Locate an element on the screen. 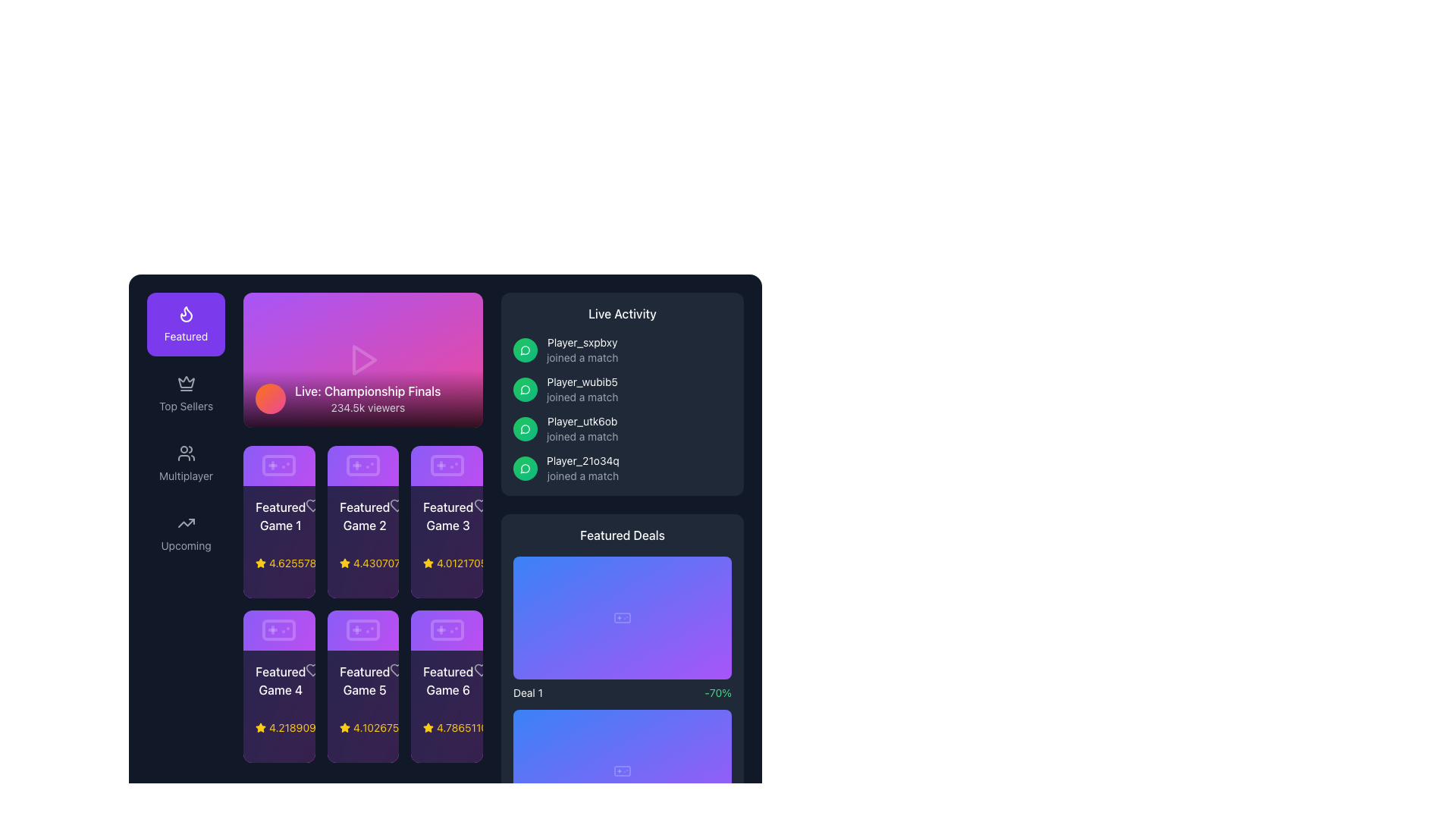 The width and height of the screenshot is (1456, 819). the Rating Indicator for 'Featured Game 6', located in the bottom right of the card in a 3x2 grid layout is located at coordinates (446, 727).